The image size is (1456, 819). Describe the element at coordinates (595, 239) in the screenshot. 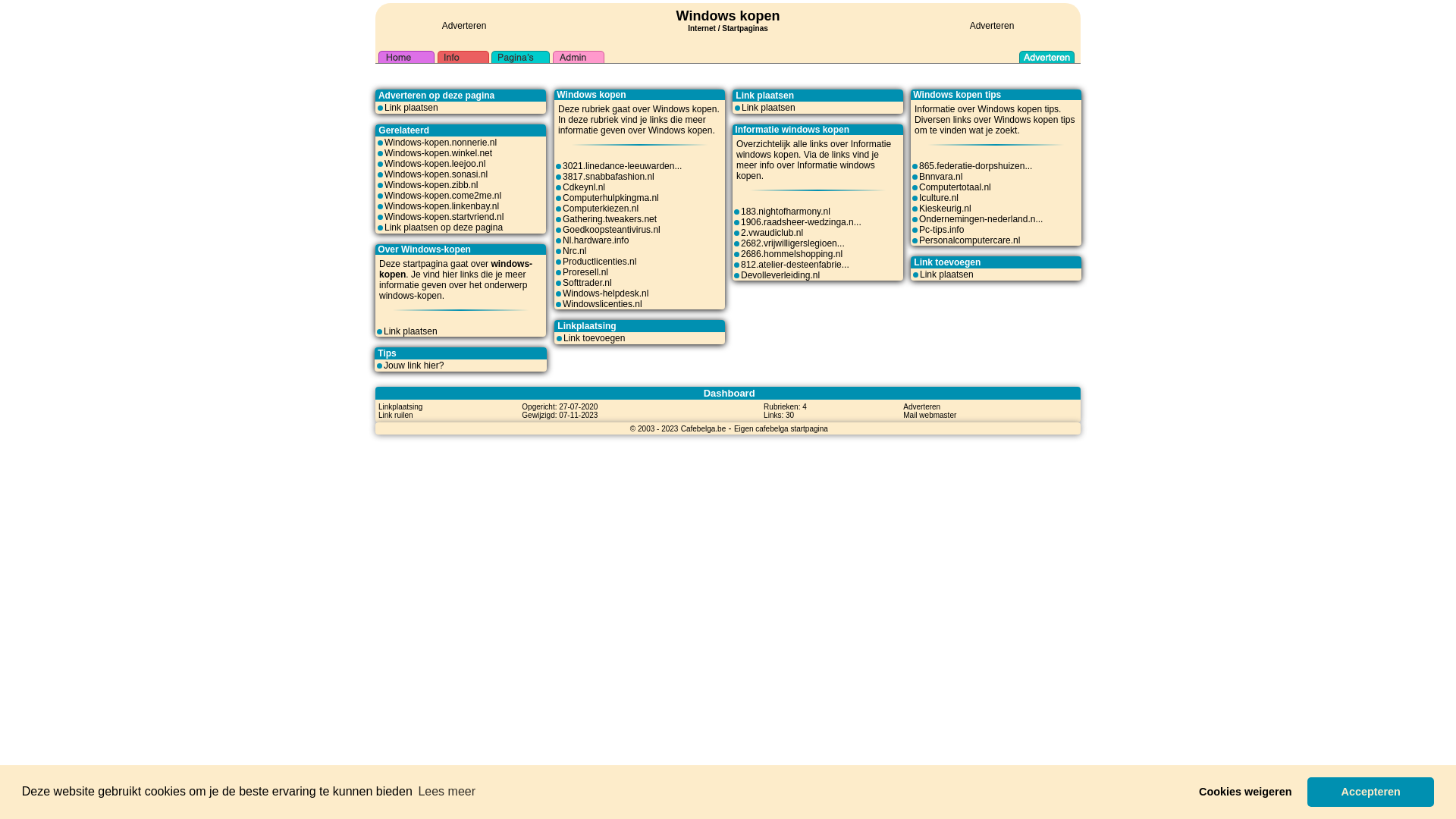

I see `'Nl.hardware.info'` at that location.